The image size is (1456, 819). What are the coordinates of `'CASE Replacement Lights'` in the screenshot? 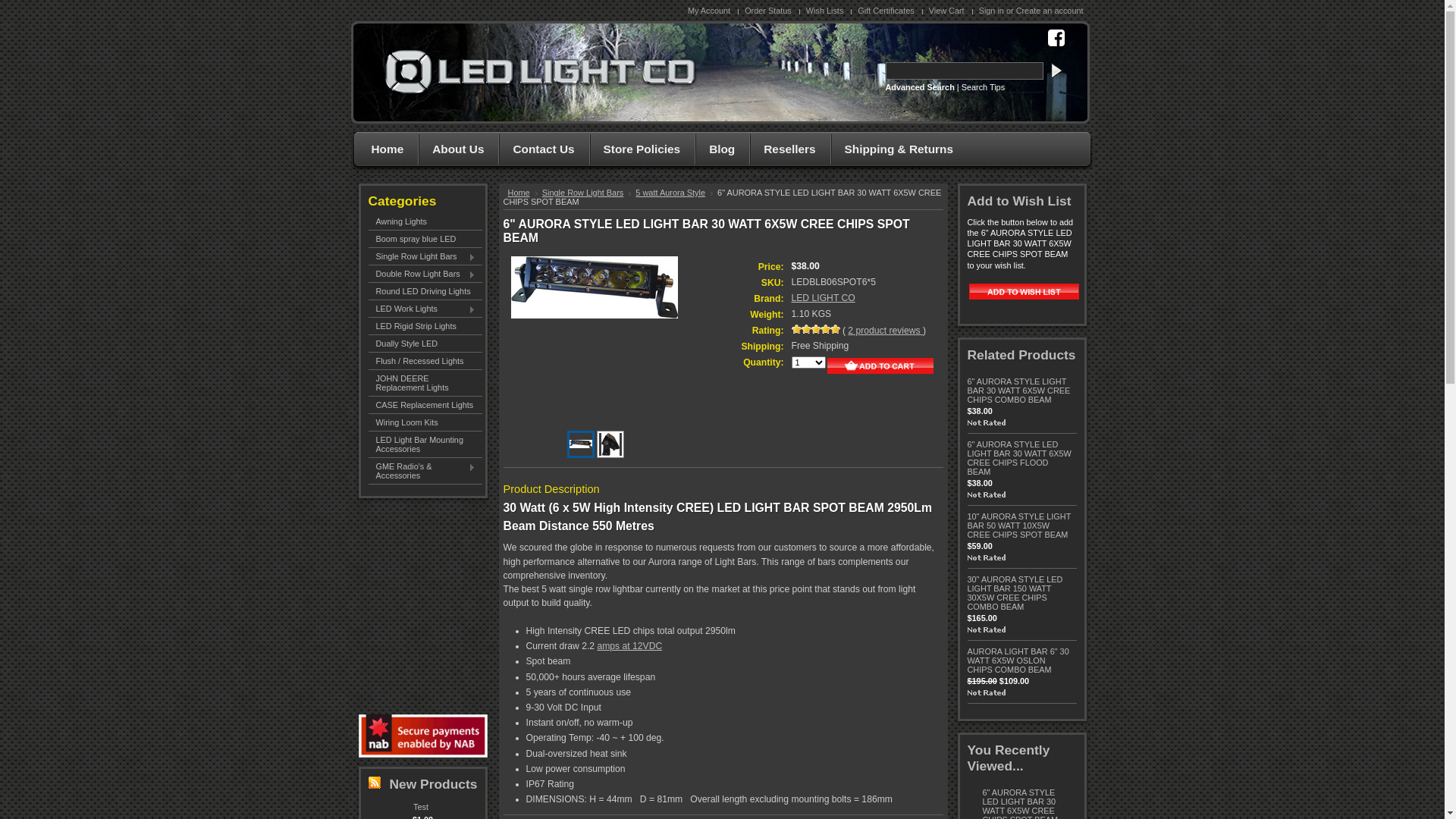 It's located at (425, 403).